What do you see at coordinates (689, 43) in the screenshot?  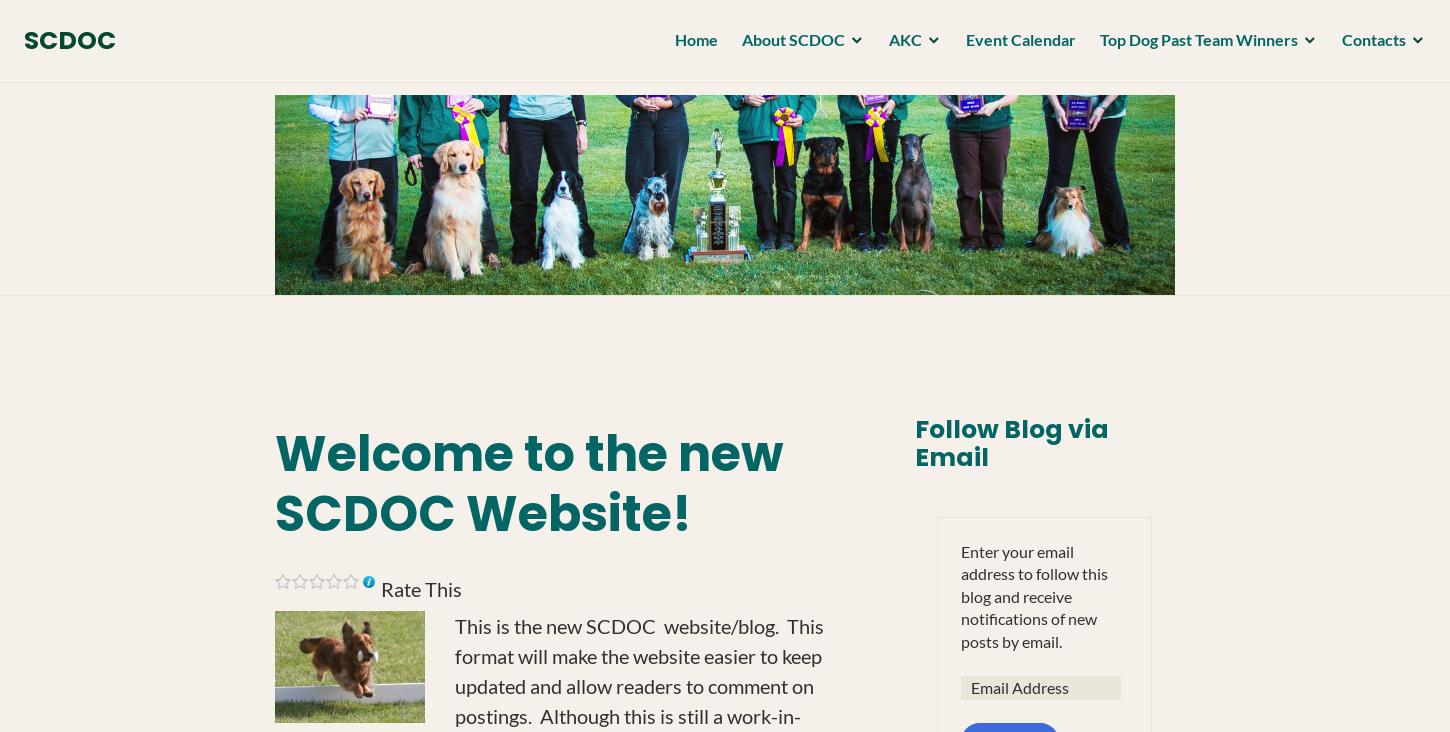 I see `'Home'` at bounding box center [689, 43].